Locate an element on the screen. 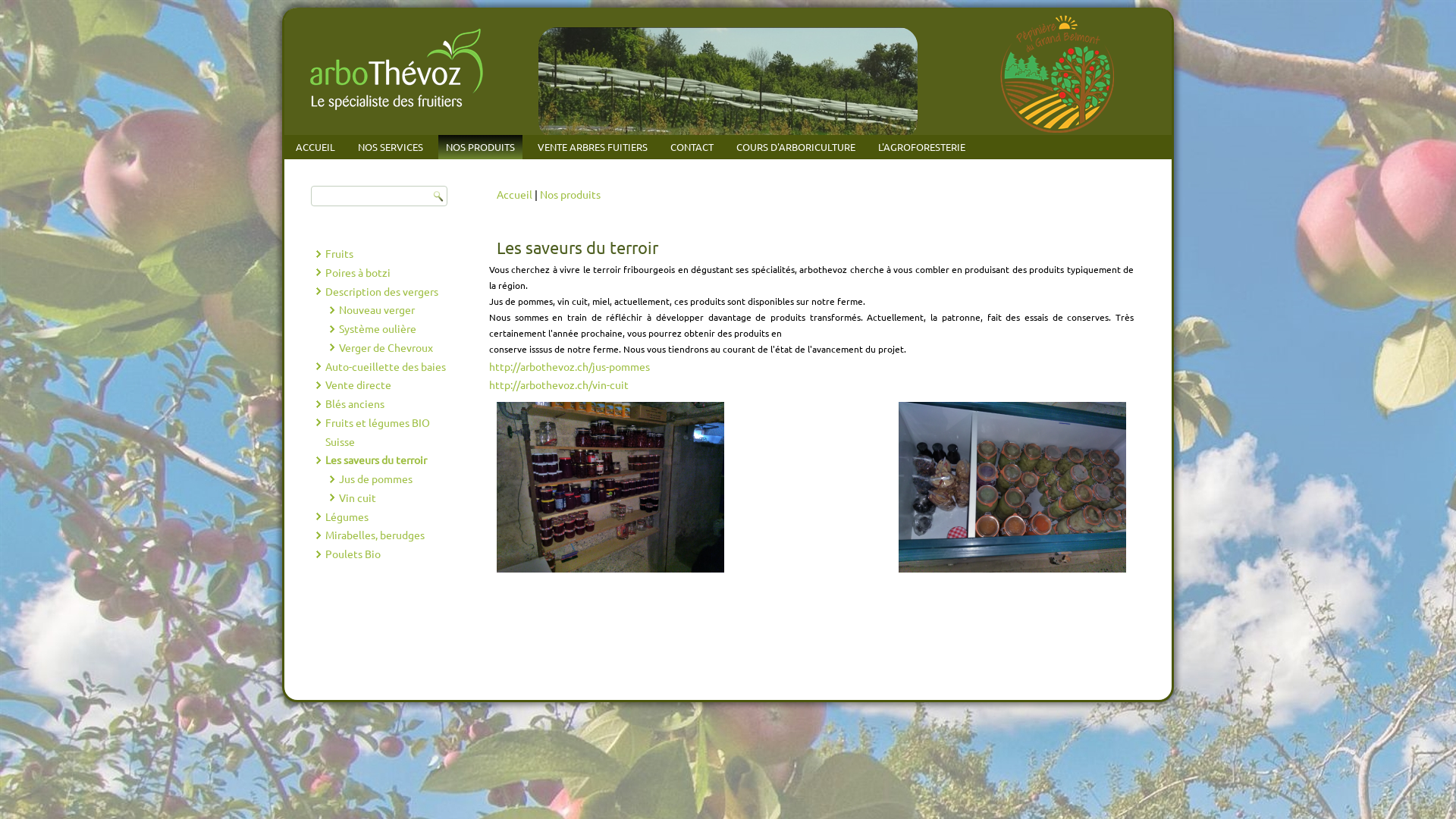 This screenshot has height=819, width=1456. 'http://arbothevoz.ch/vin-cuit' is located at coordinates (558, 383).